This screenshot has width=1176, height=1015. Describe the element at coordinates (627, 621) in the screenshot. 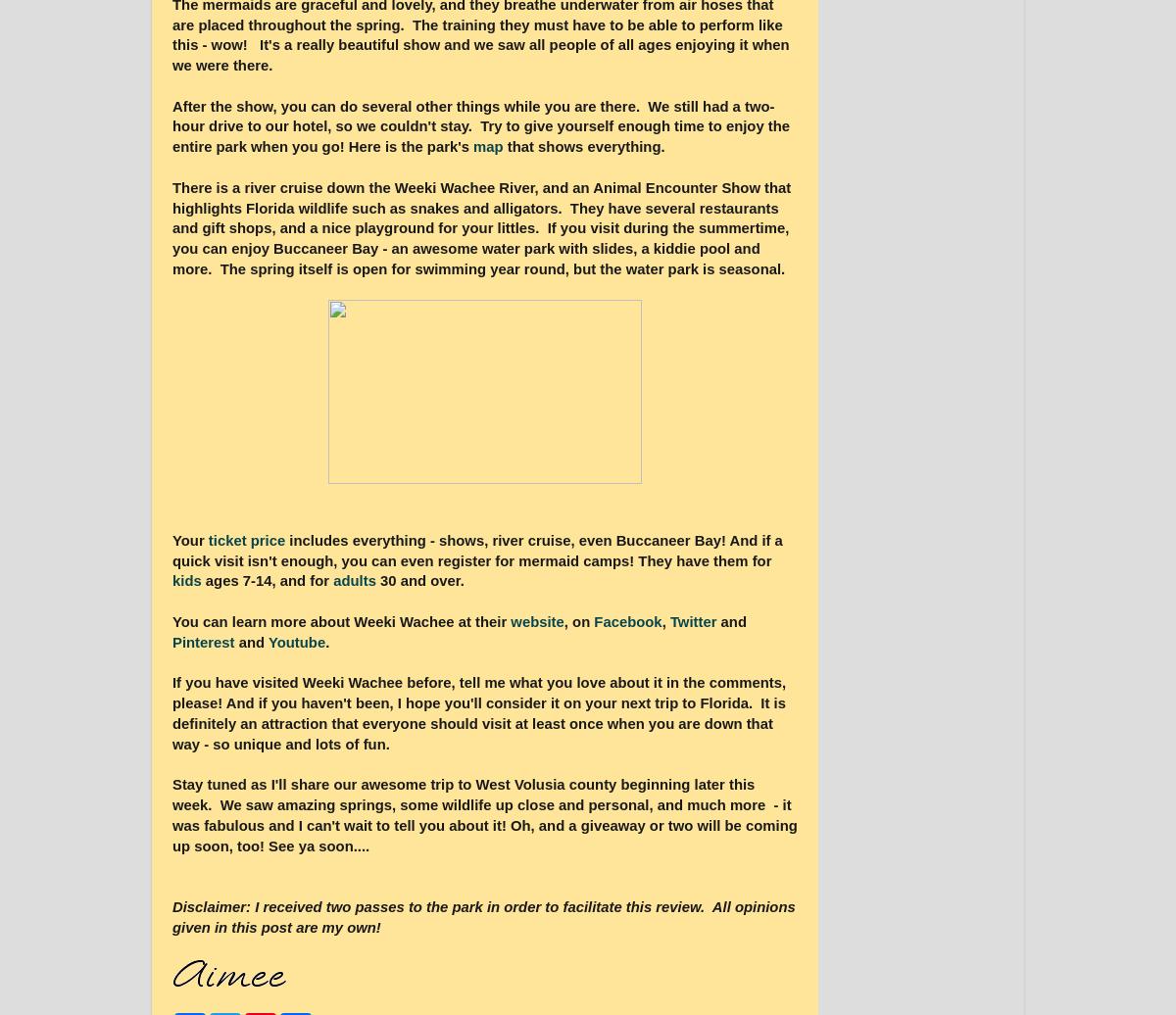

I see `'Facebook'` at that location.